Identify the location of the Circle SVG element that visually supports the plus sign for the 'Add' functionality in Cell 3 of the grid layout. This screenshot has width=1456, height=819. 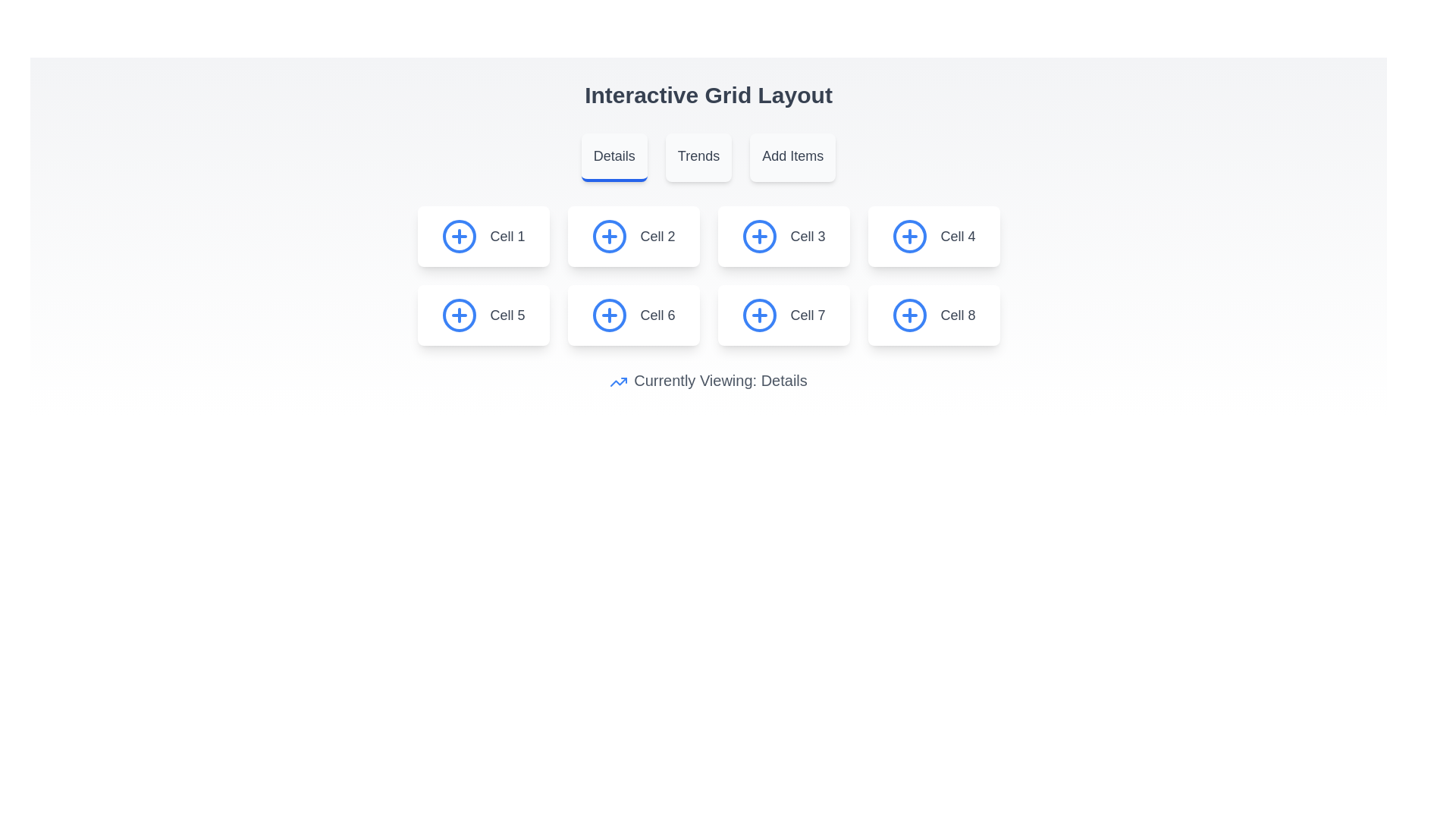
(760, 237).